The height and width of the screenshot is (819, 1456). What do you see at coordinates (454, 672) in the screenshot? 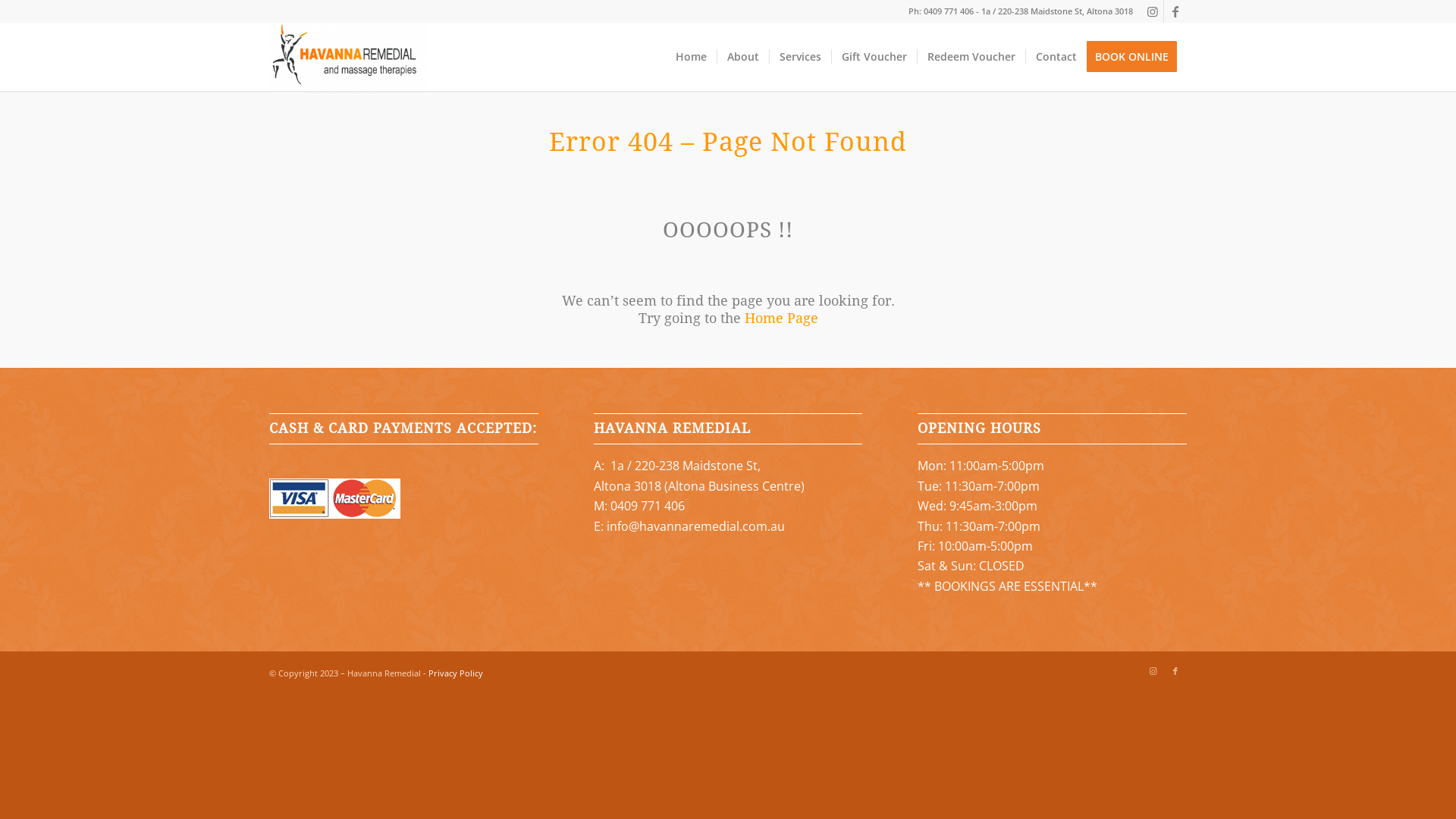
I see `'Privacy Policy'` at bounding box center [454, 672].